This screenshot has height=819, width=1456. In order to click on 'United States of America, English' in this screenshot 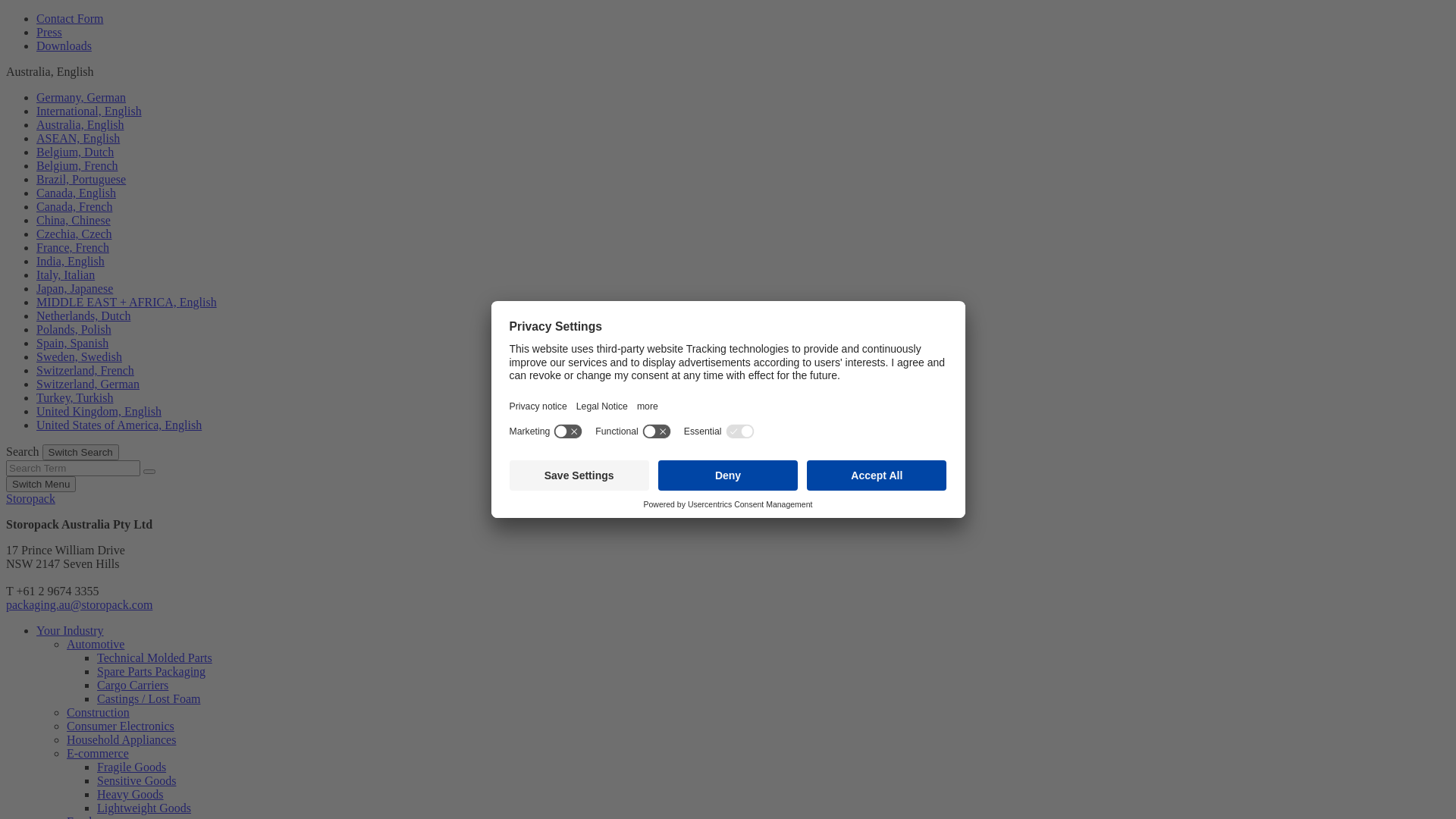, I will do `click(118, 425)`.